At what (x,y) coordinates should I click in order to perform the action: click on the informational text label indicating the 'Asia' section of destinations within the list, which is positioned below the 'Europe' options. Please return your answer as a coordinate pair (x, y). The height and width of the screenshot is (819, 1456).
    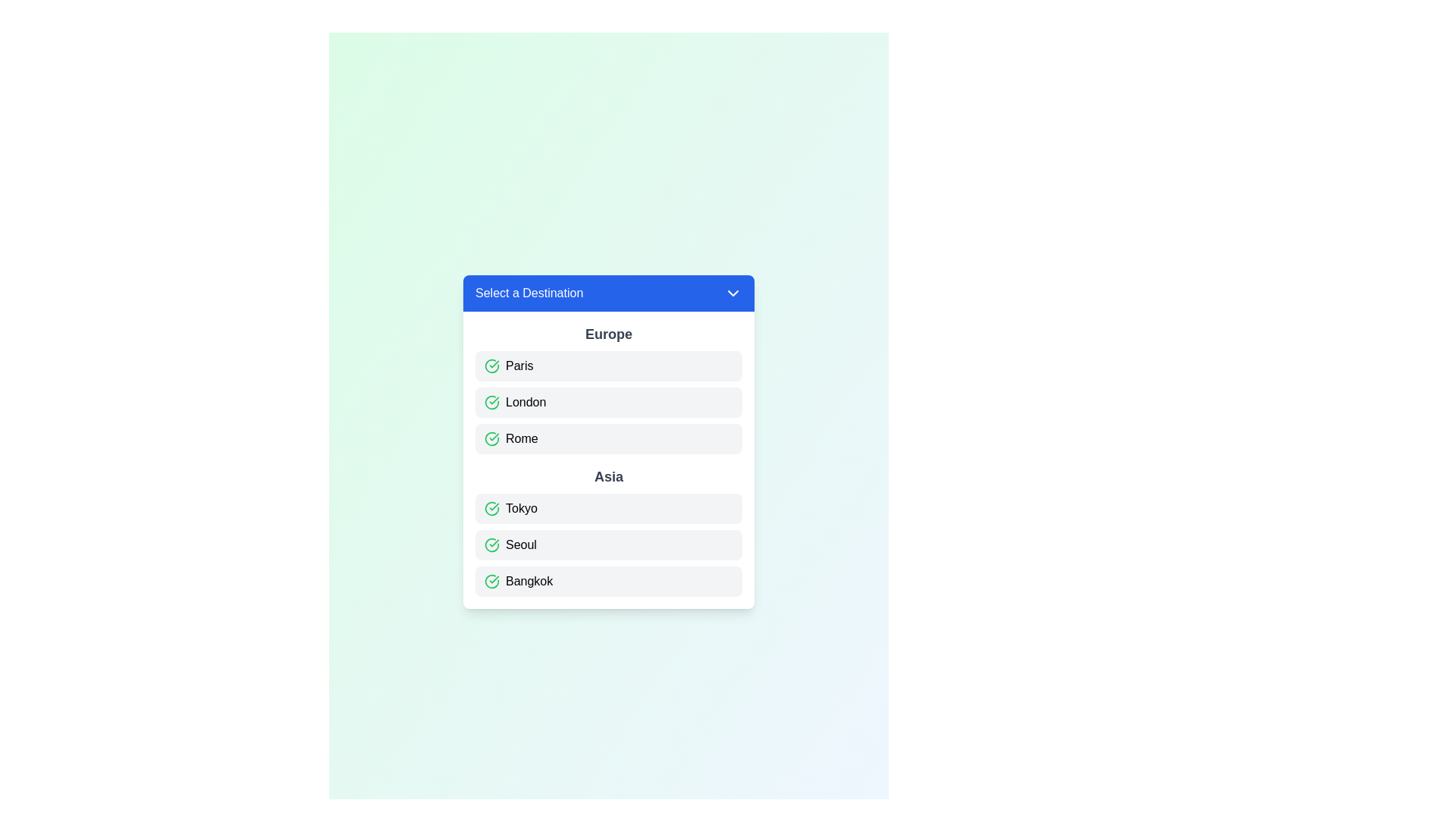
    Looking at the image, I should click on (608, 475).